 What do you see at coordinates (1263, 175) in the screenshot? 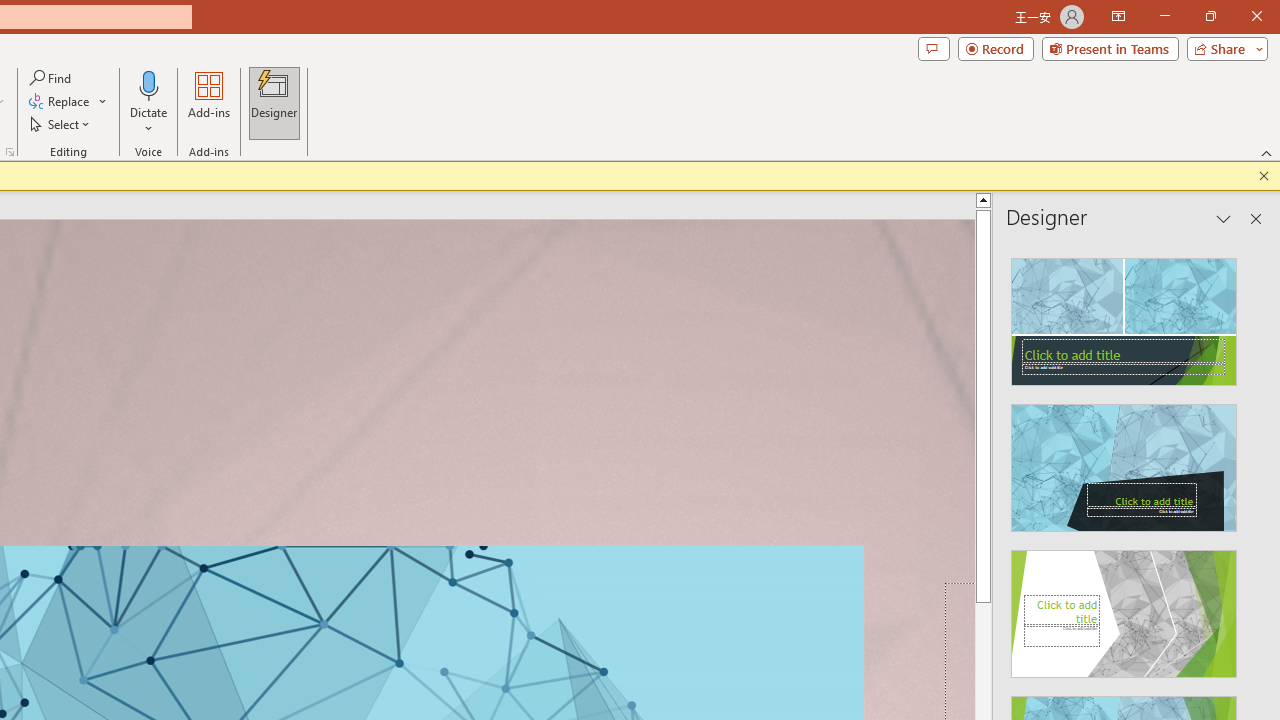
I see `'Close this message'` at bounding box center [1263, 175].